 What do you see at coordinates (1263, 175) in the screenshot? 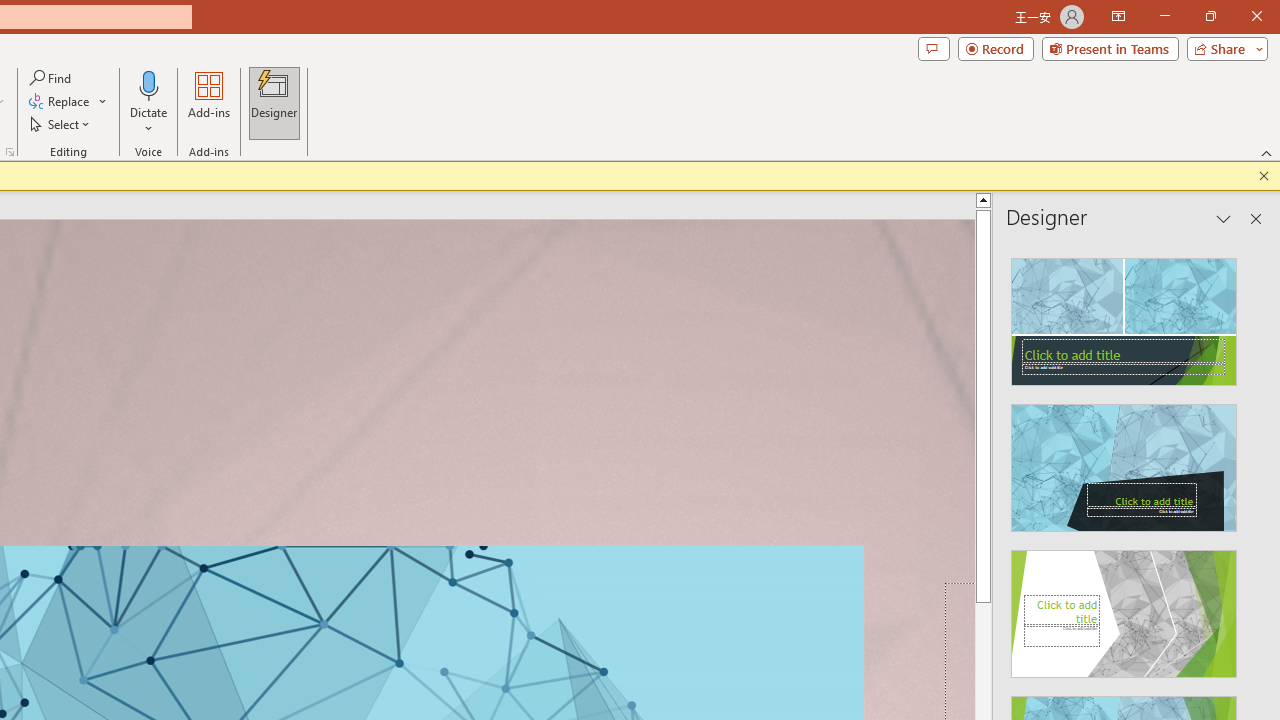
I see `'Close this message'` at bounding box center [1263, 175].